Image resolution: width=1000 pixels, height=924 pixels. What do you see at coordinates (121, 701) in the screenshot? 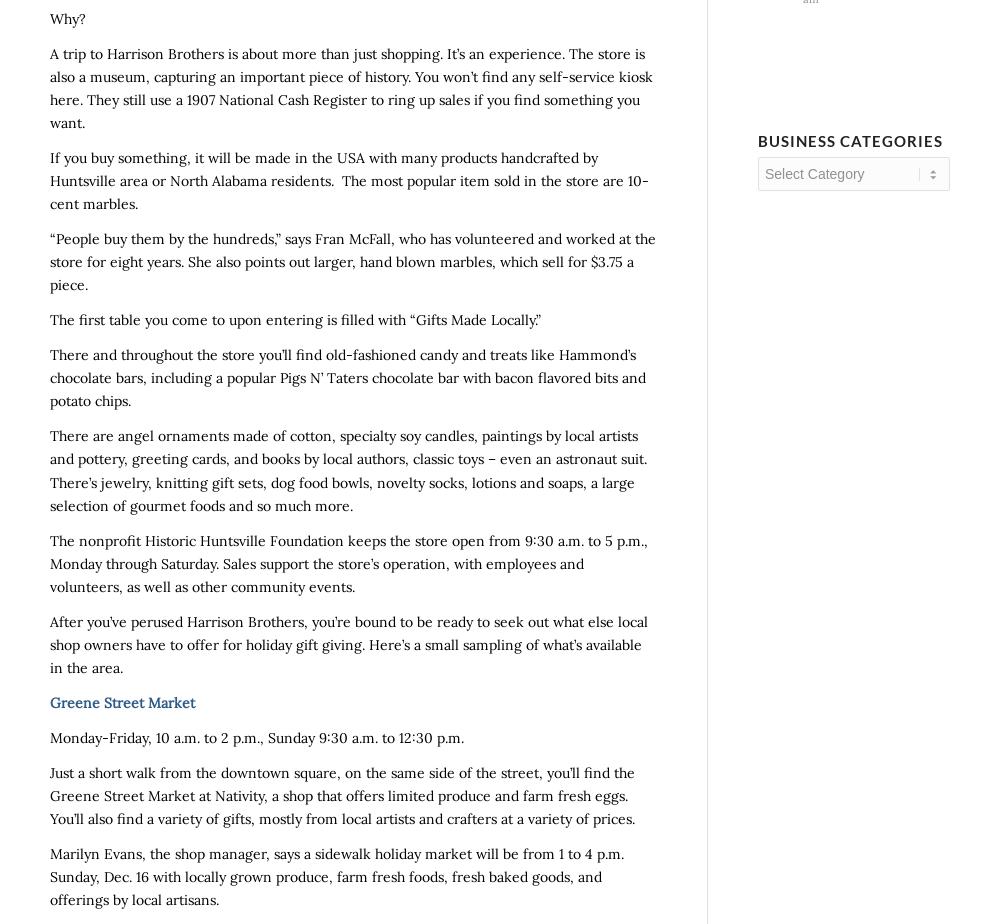
I see `'Greene Street Market'` at bounding box center [121, 701].